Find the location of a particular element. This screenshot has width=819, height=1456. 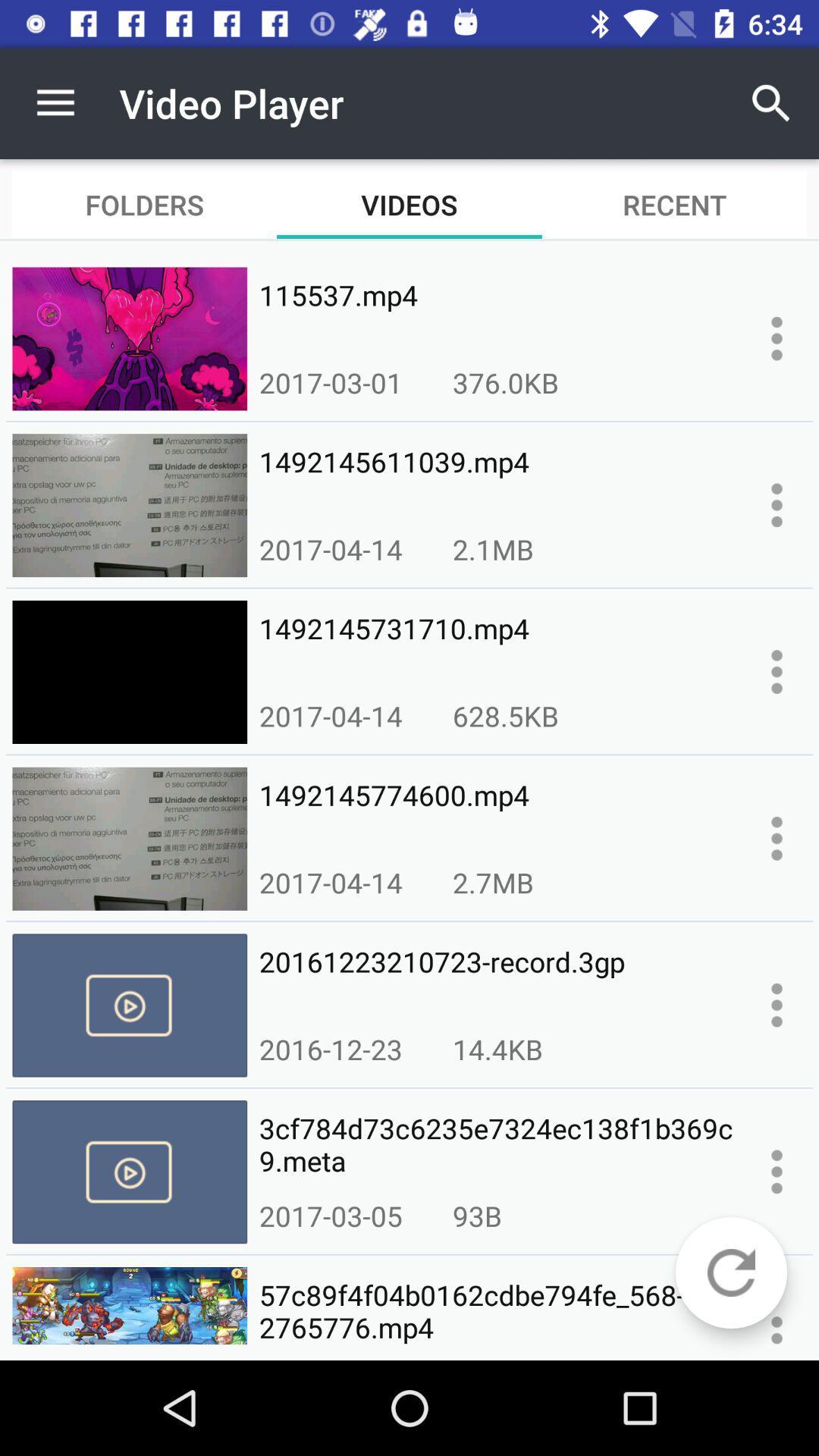

20161223210723-record.3gp icon is located at coordinates (497, 978).